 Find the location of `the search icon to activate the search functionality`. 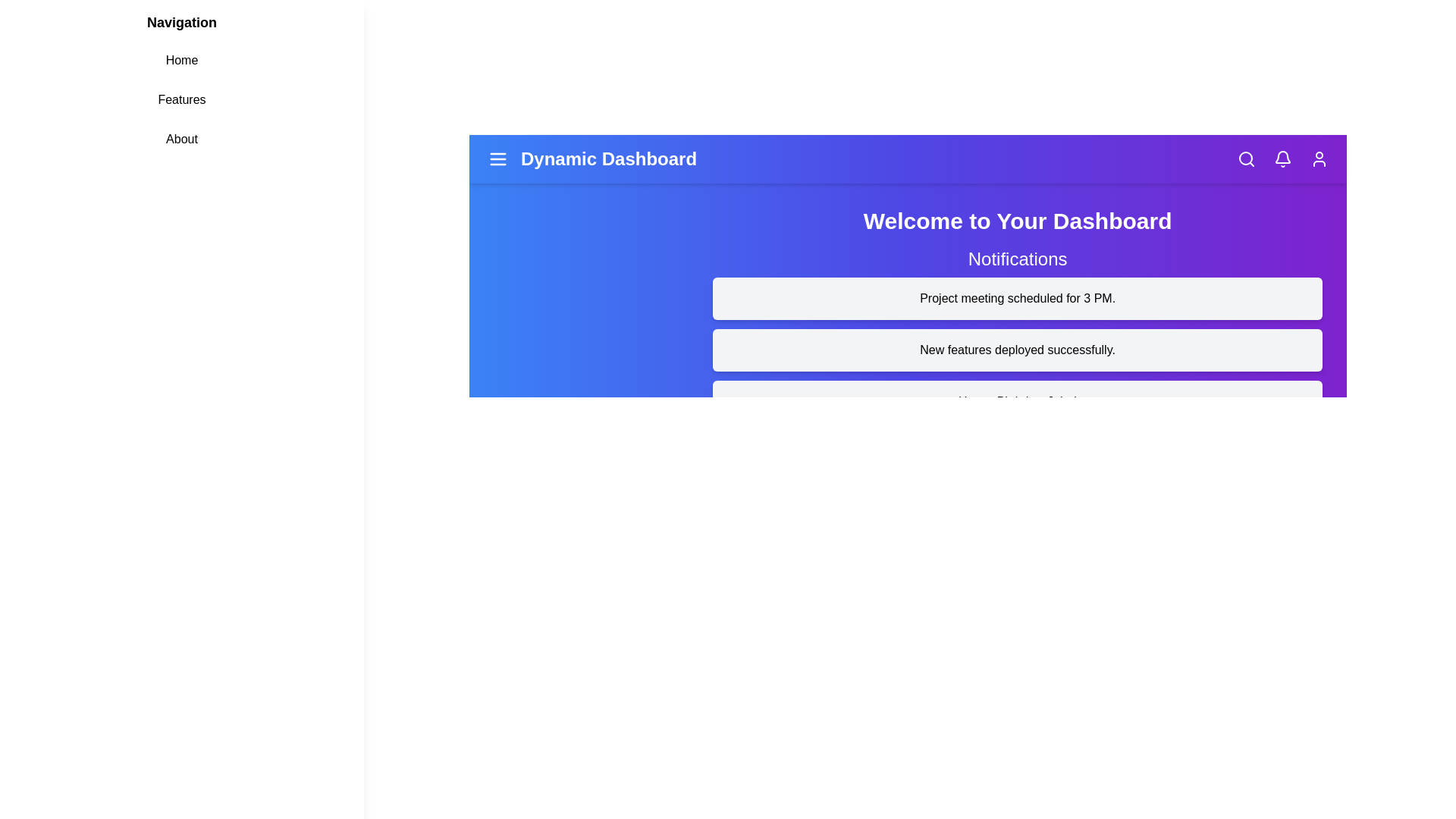

the search icon to activate the search functionality is located at coordinates (1246, 158).